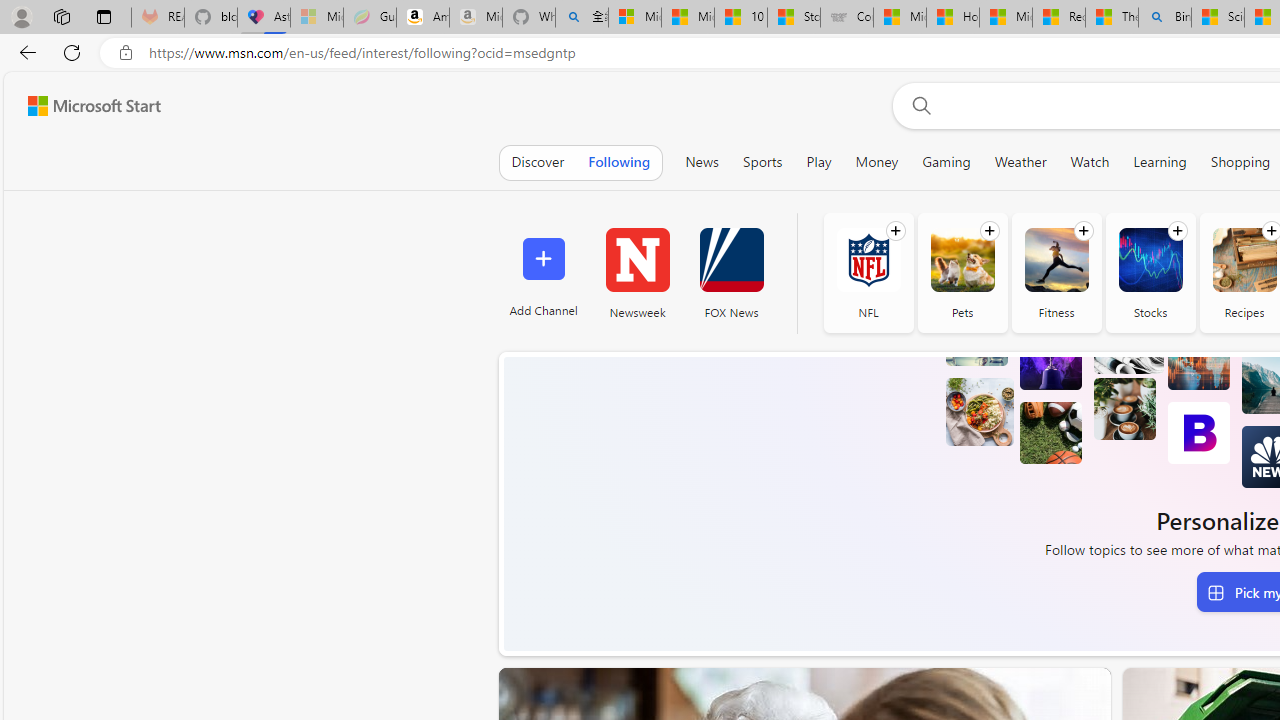 The height and width of the screenshot is (720, 1280). I want to click on 'Sports', so click(761, 161).